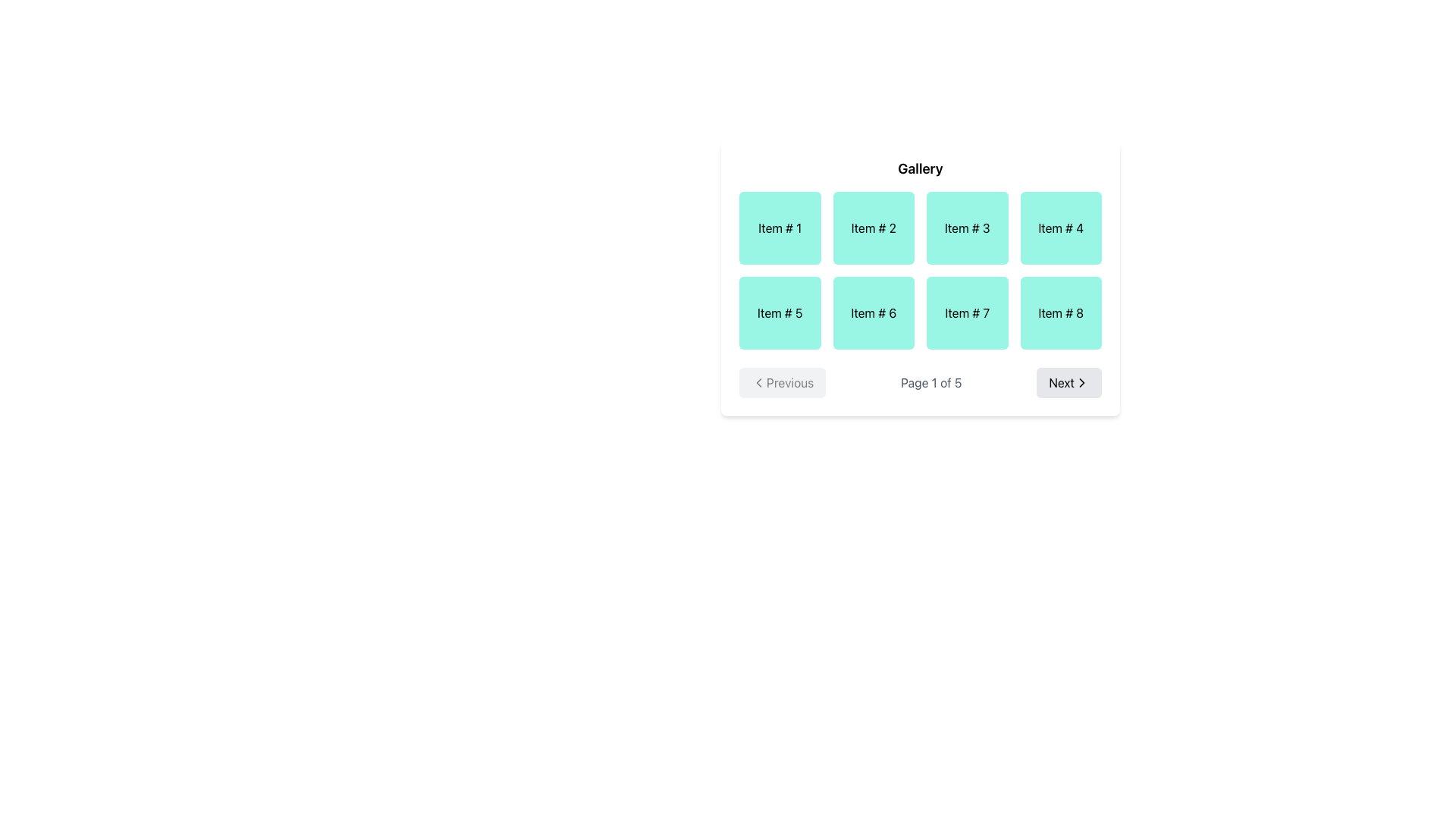 The height and width of the screenshot is (819, 1456). Describe the element at coordinates (874, 227) in the screenshot. I see `the static display component labeled 'Item # 2', which is a rectangular box with a light teal background and centered black text, positioned in a 4-column grid layout` at that location.